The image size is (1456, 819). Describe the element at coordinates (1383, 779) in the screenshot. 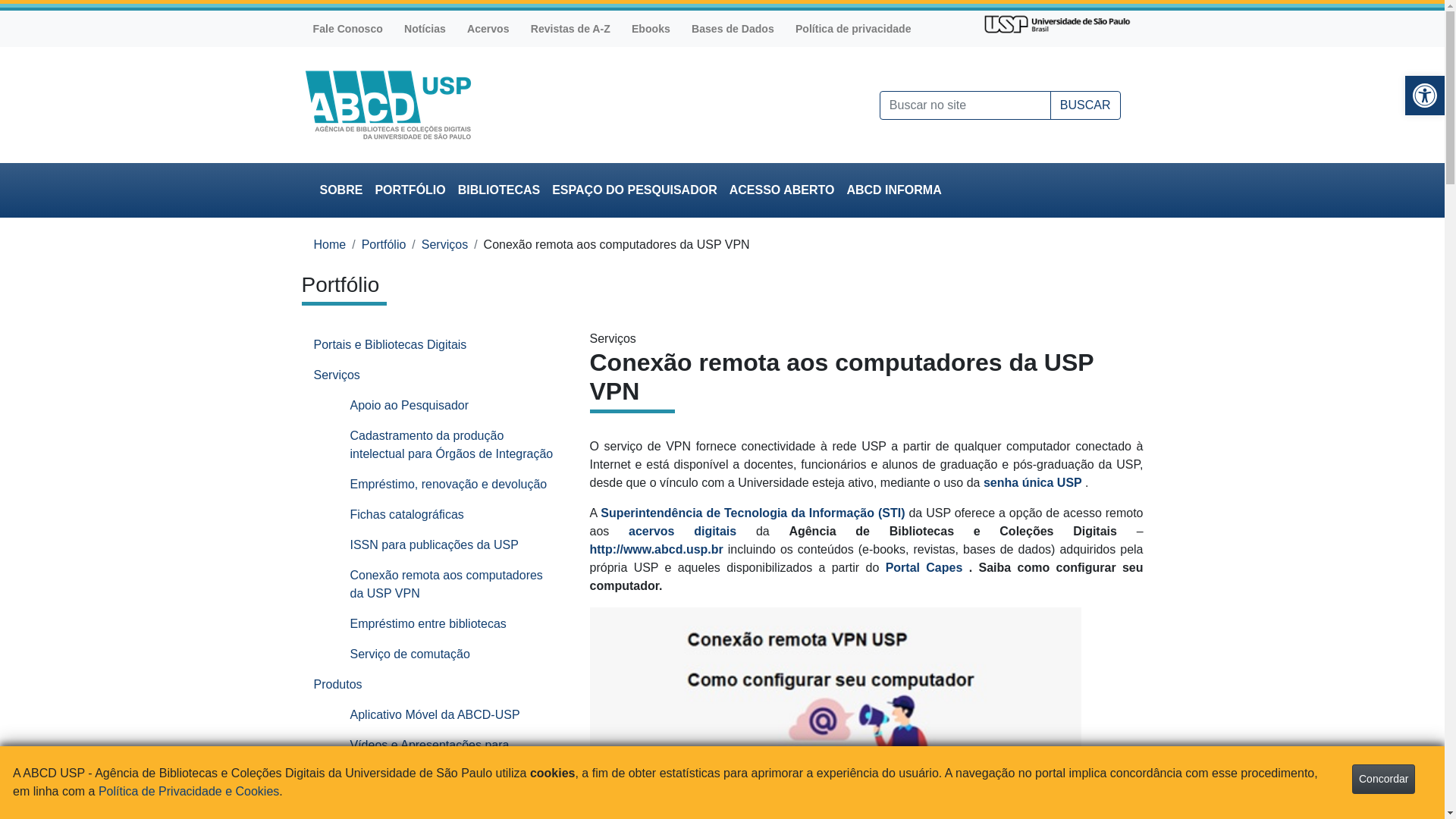

I see `'Concordar'` at that location.